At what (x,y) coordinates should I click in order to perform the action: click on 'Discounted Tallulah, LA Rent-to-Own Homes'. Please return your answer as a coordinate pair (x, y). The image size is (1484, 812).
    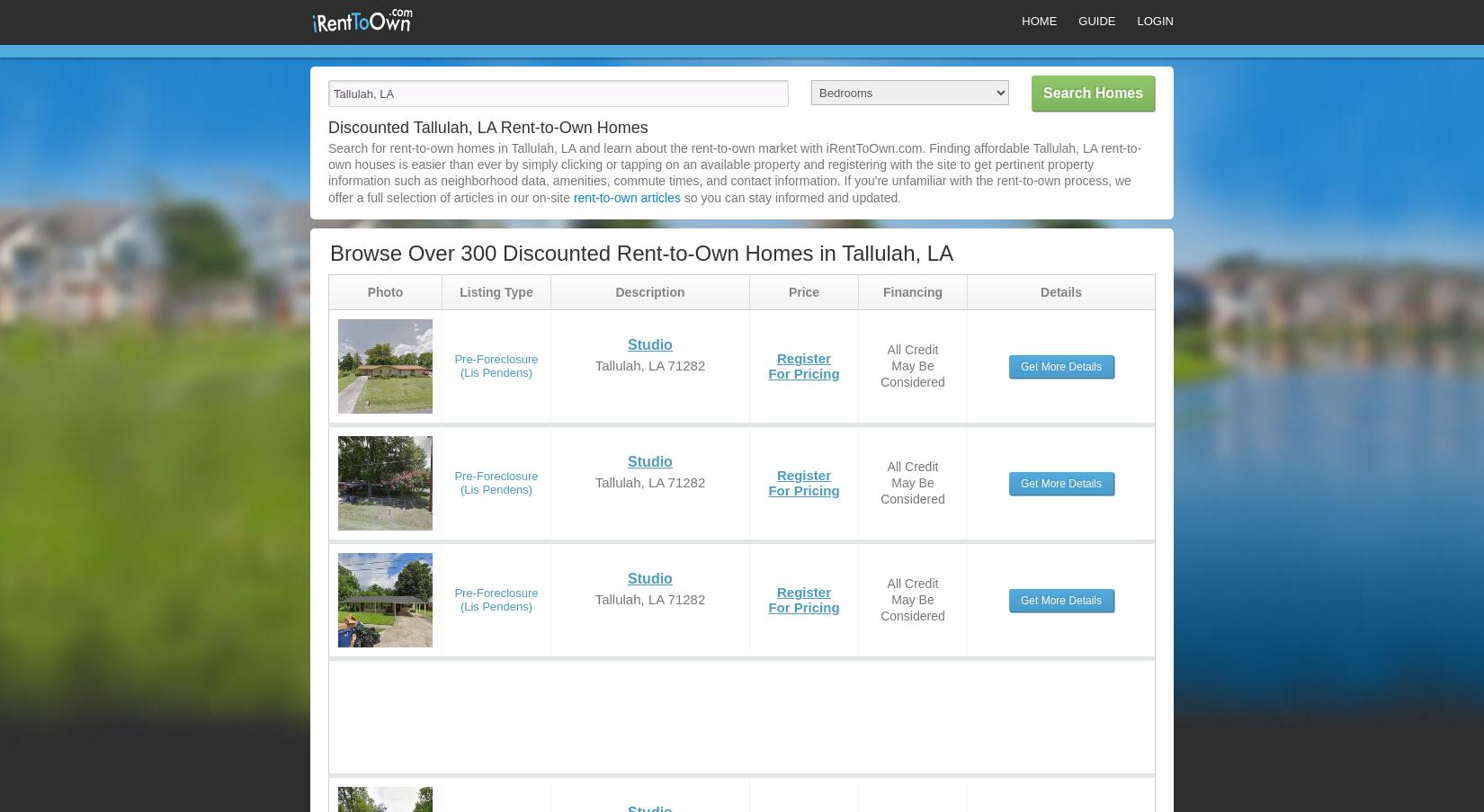
    Looking at the image, I should click on (487, 127).